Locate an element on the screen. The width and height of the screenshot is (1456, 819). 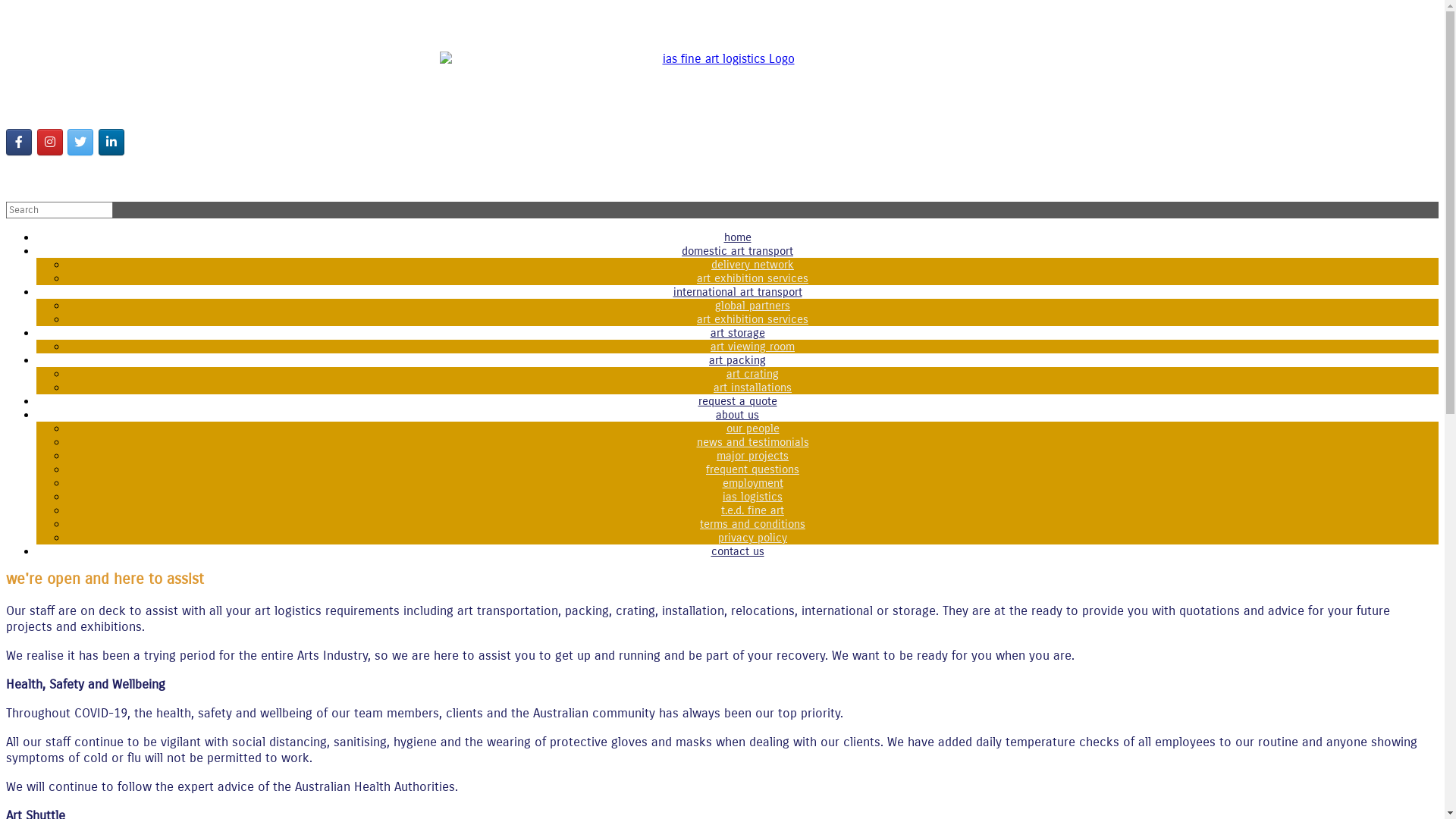
'home' is located at coordinates (736, 237).